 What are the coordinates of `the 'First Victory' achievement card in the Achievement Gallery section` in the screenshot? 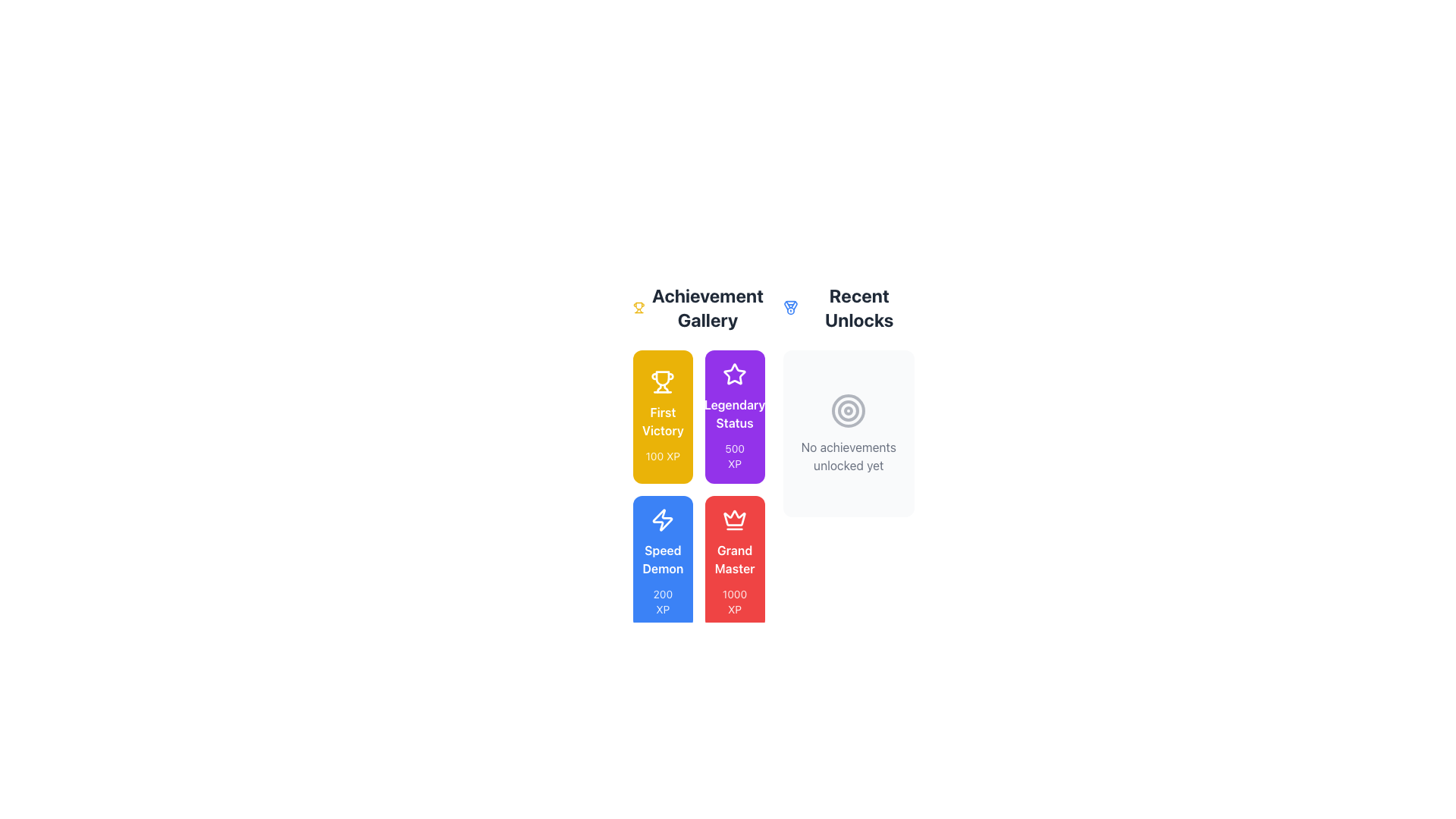 It's located at (663, 417).